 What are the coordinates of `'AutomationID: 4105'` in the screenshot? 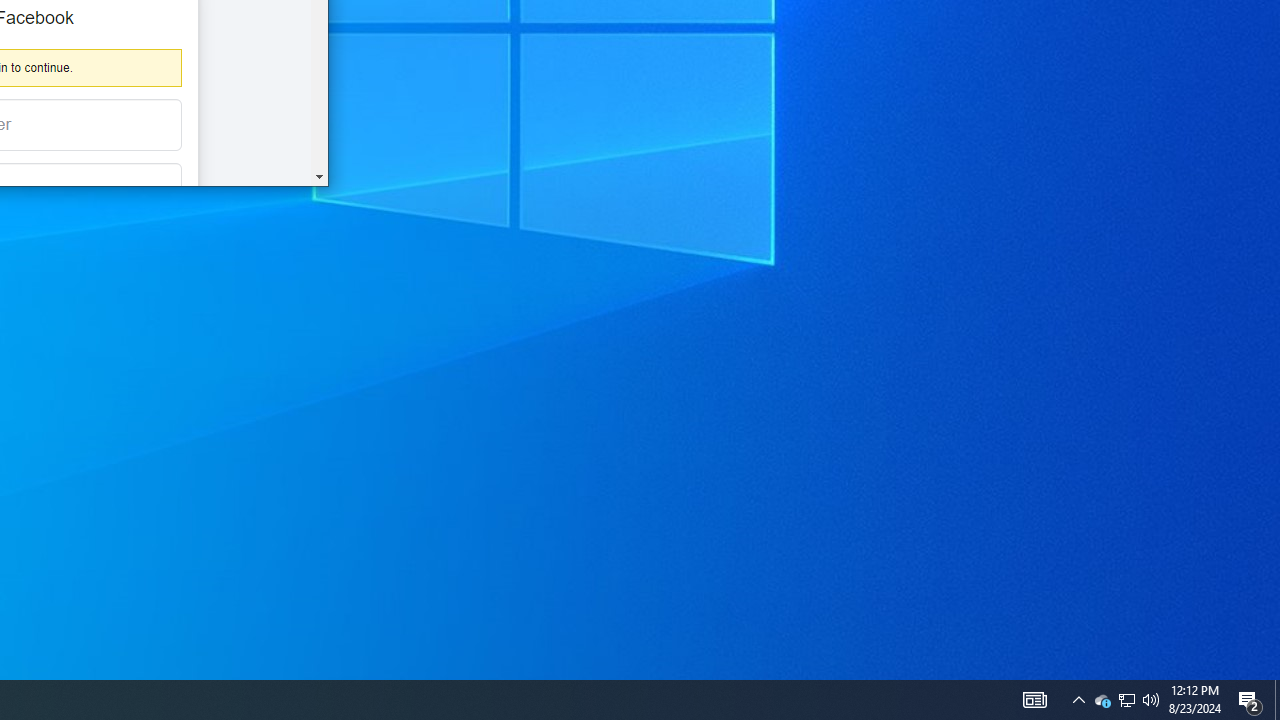 It's located at (1034, 698).